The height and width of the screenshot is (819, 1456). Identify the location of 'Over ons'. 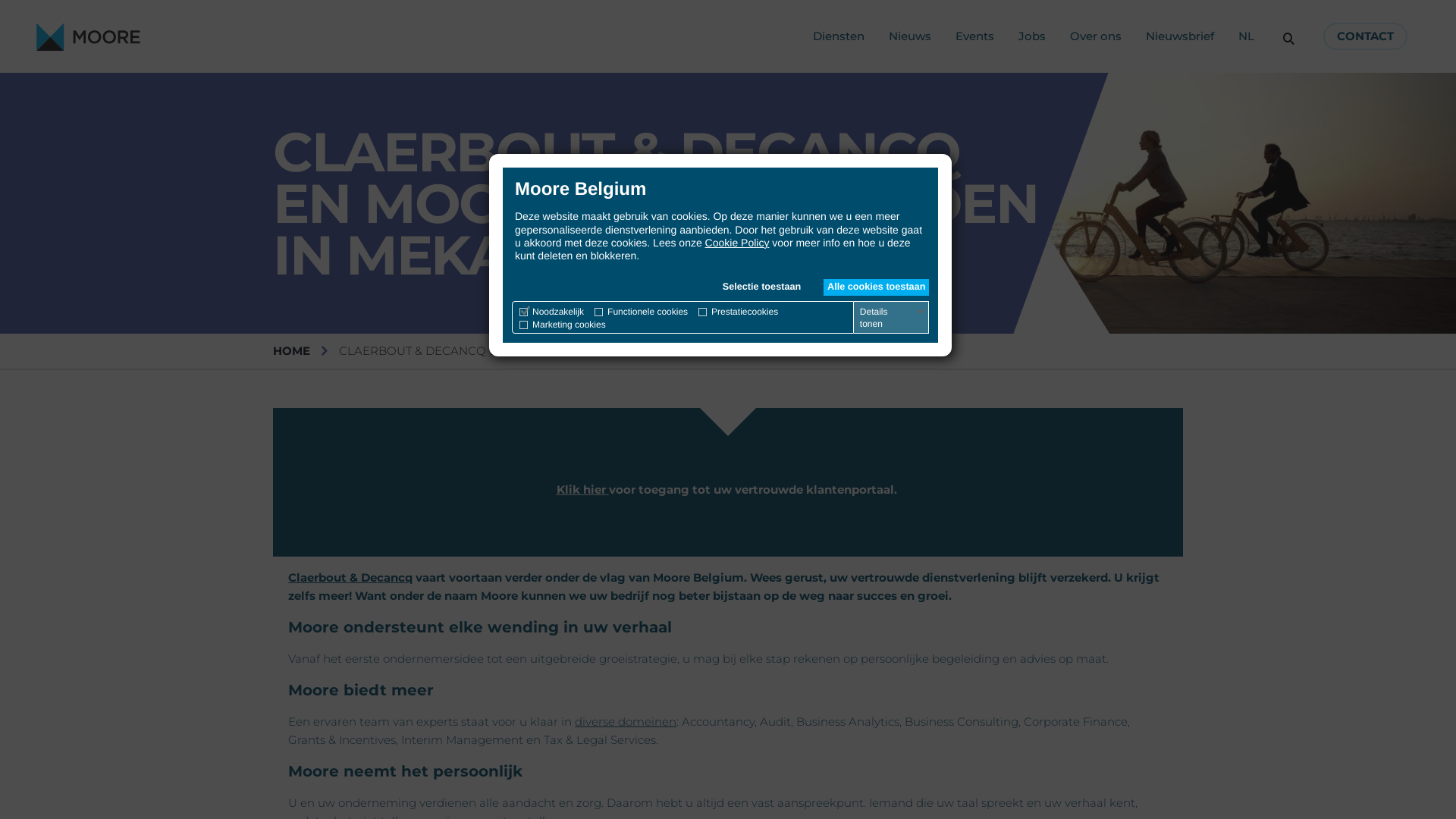
(1069, 35).